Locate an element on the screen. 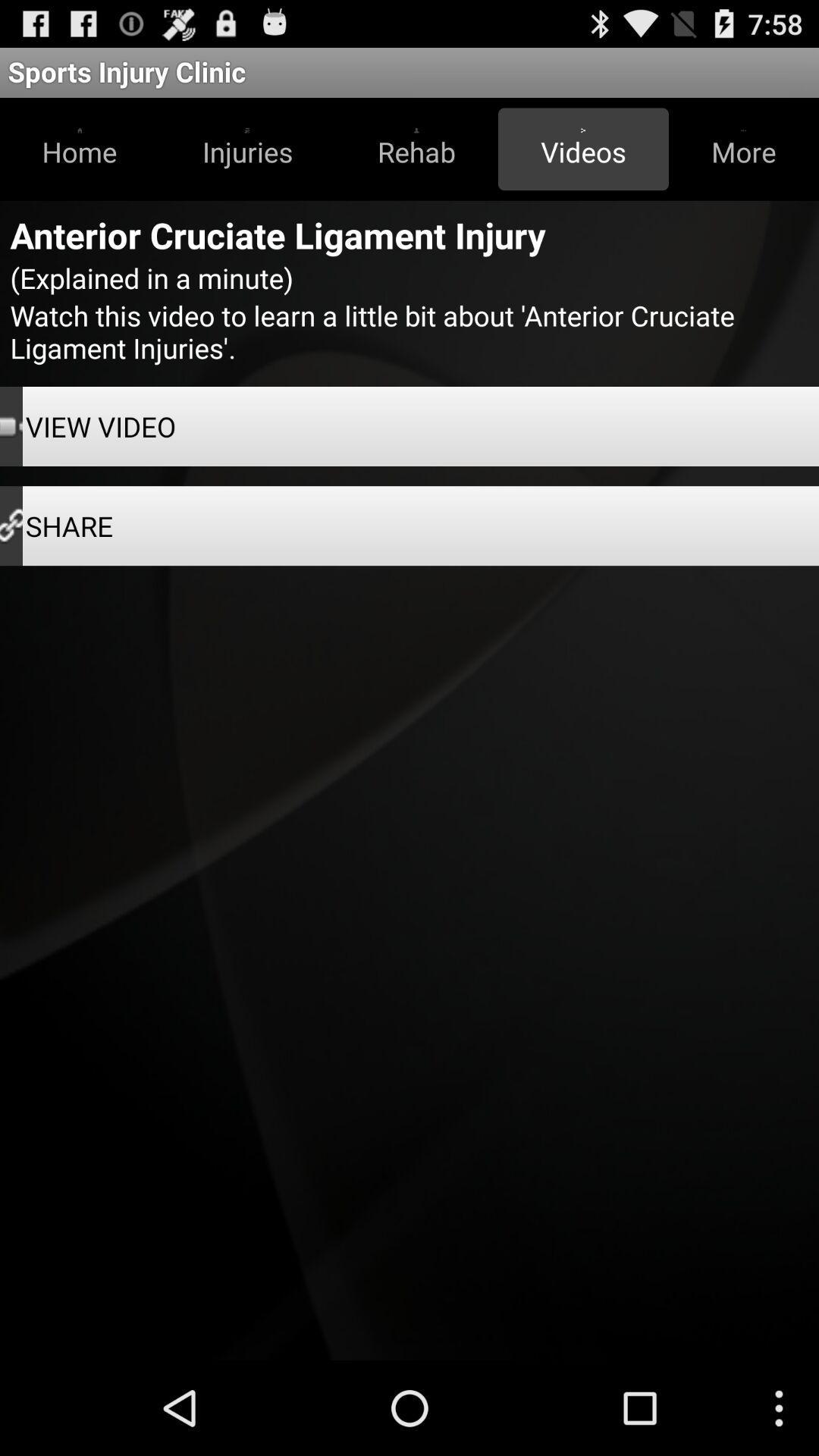  item above watch this video item is located at coordinates (742, 149).